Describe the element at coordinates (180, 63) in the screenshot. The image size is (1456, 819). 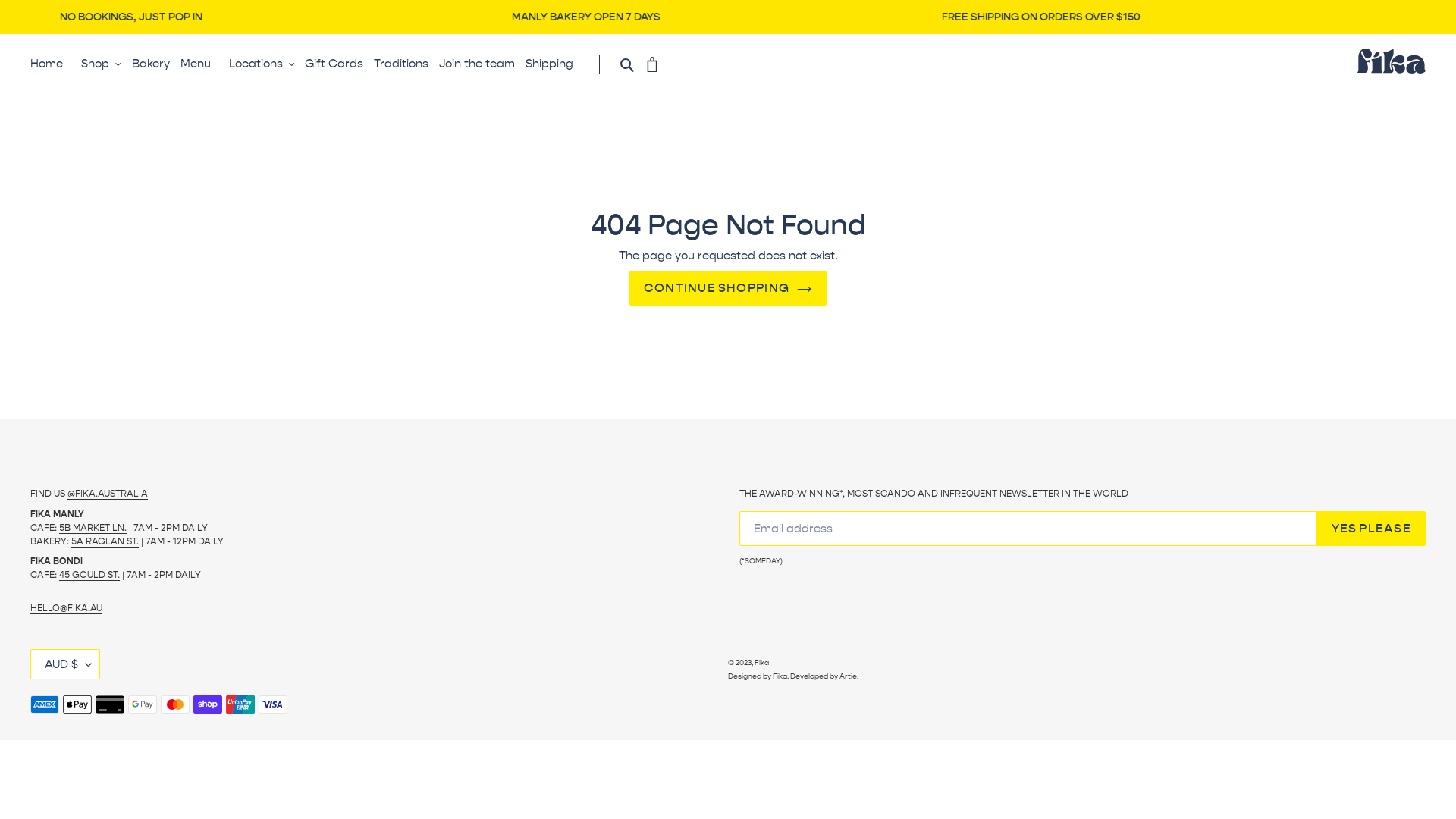
I see `'Menu'` at that location.